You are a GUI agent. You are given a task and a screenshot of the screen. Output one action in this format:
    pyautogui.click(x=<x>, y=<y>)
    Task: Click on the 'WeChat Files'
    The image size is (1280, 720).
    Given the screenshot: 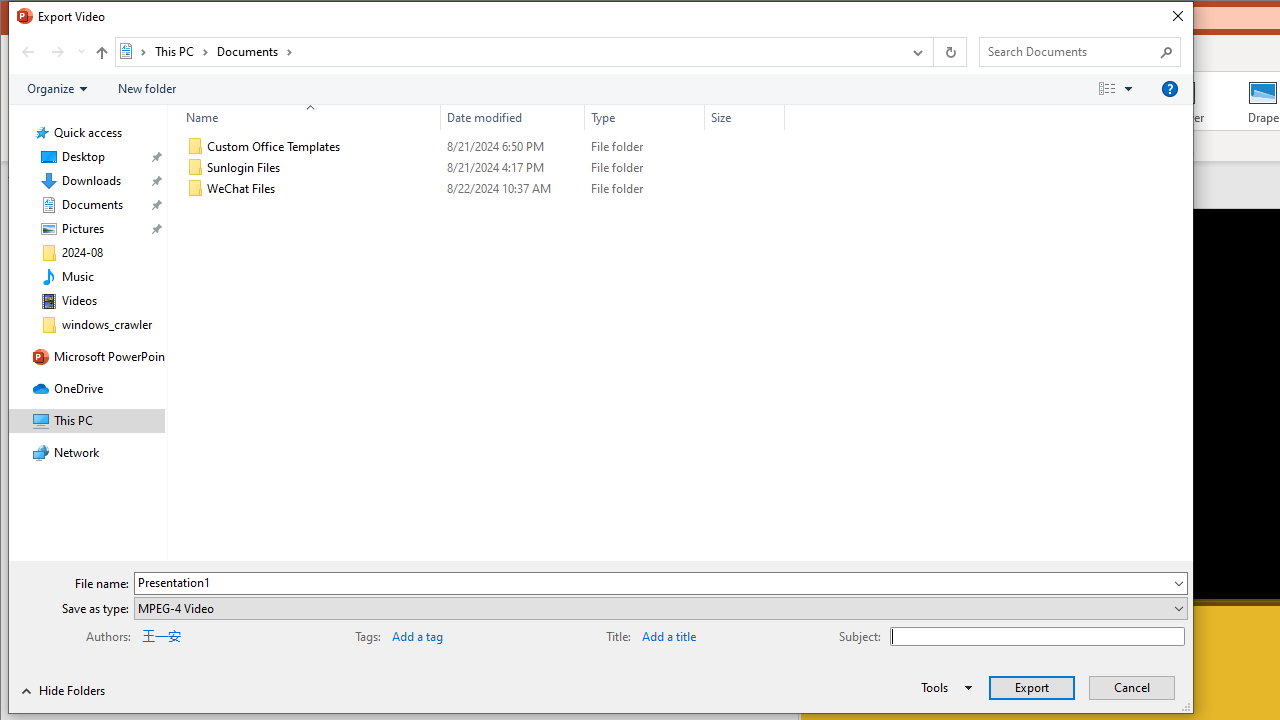 What is the action you would take?
    pyautogui.click(x=481, y=189)
    